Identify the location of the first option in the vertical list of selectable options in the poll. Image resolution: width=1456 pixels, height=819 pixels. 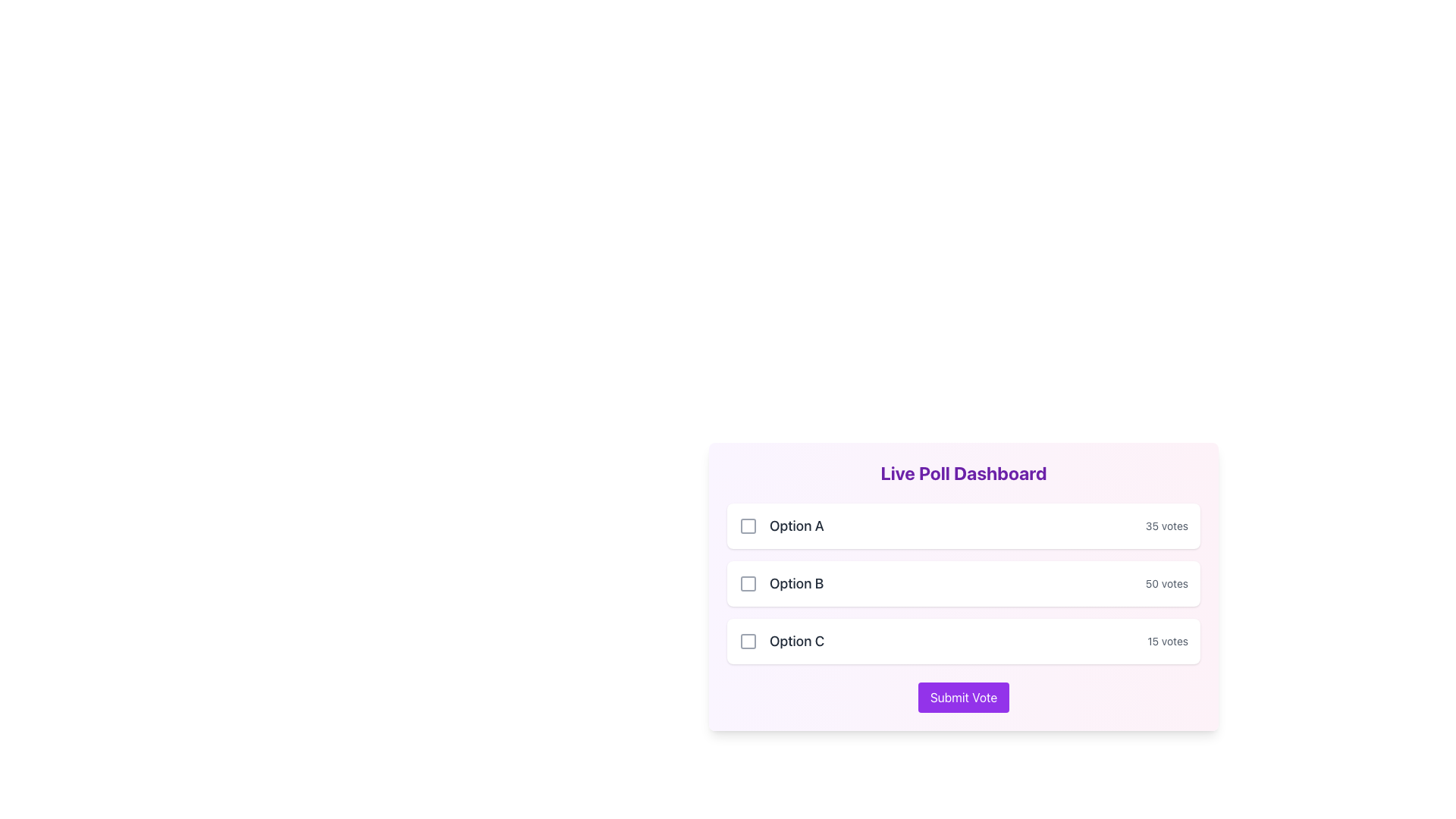
(963, 526).